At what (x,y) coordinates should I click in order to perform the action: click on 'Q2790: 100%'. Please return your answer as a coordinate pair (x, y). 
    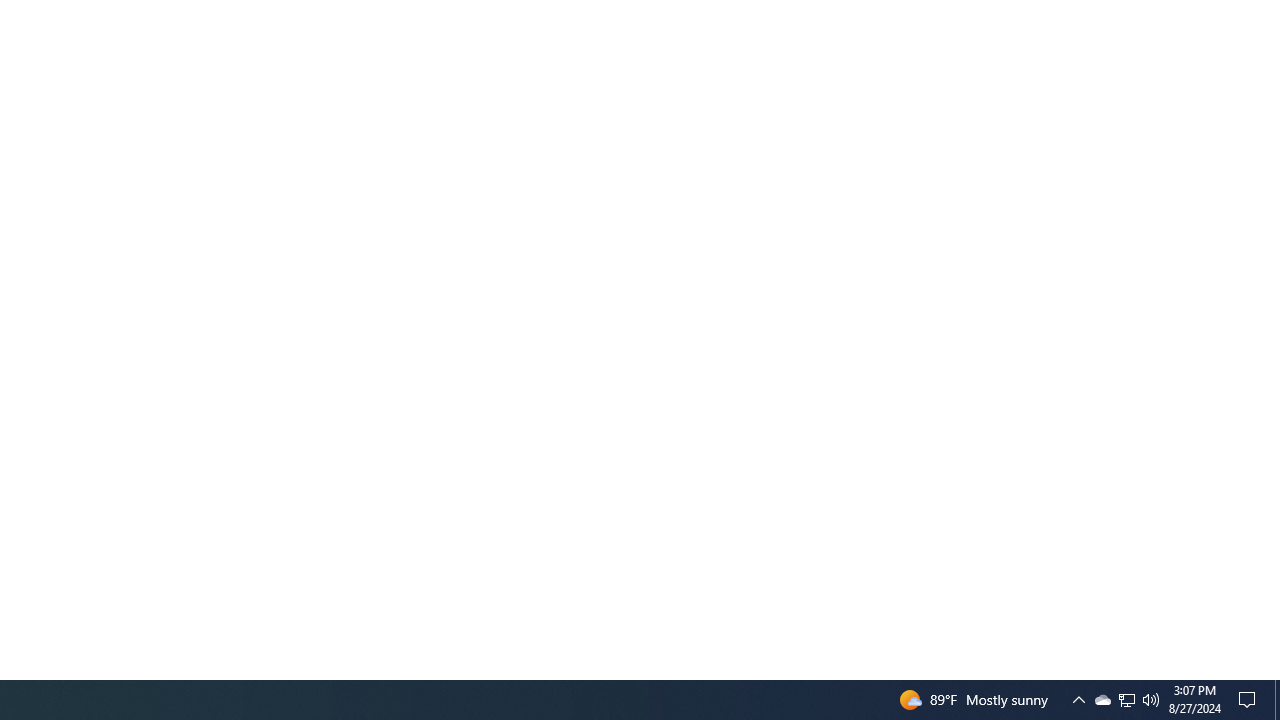
    Looking at the image, I should click on (1151, 698).